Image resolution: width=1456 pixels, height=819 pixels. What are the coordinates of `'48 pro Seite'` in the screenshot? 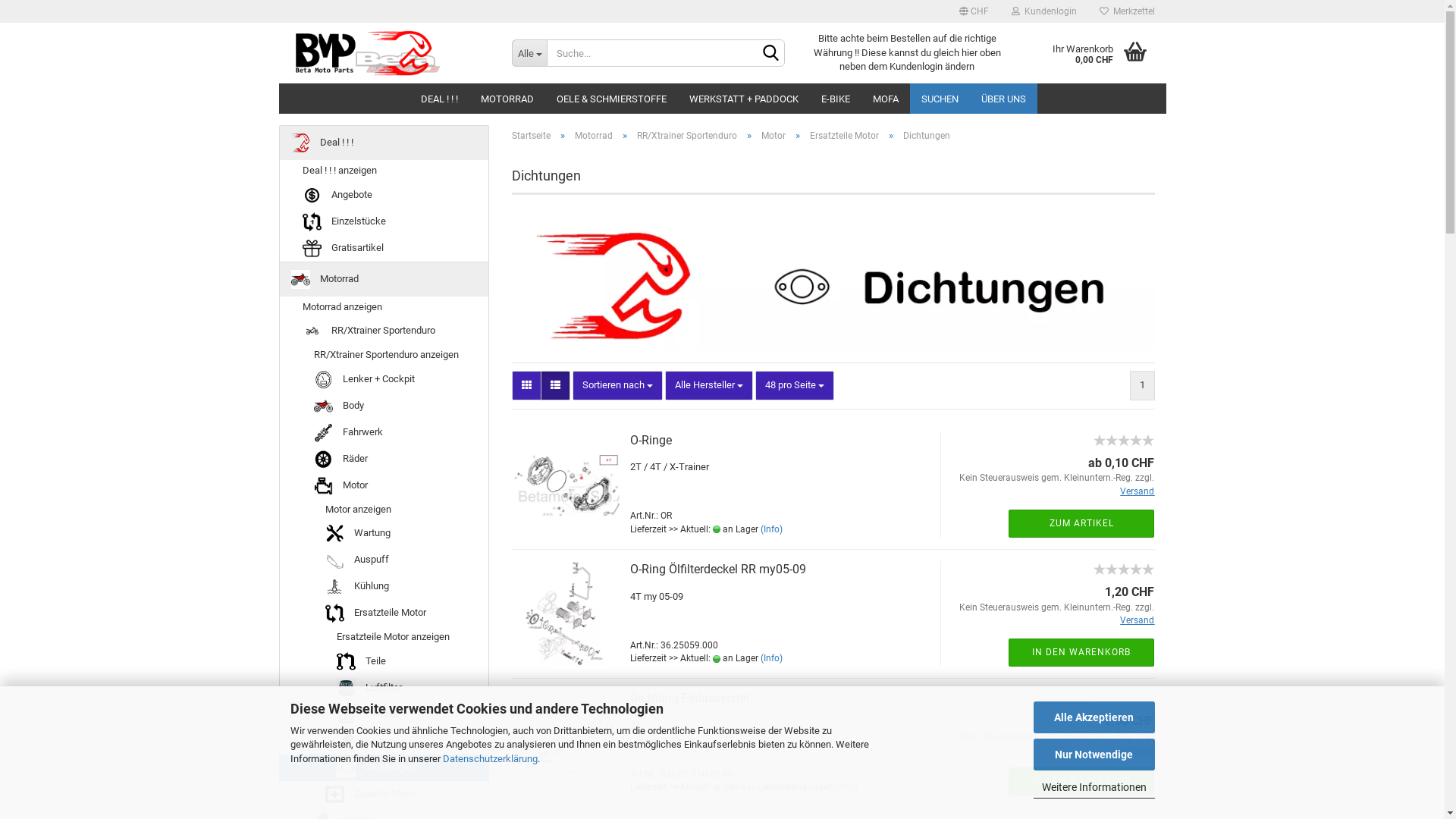 It's located at (793, 384).